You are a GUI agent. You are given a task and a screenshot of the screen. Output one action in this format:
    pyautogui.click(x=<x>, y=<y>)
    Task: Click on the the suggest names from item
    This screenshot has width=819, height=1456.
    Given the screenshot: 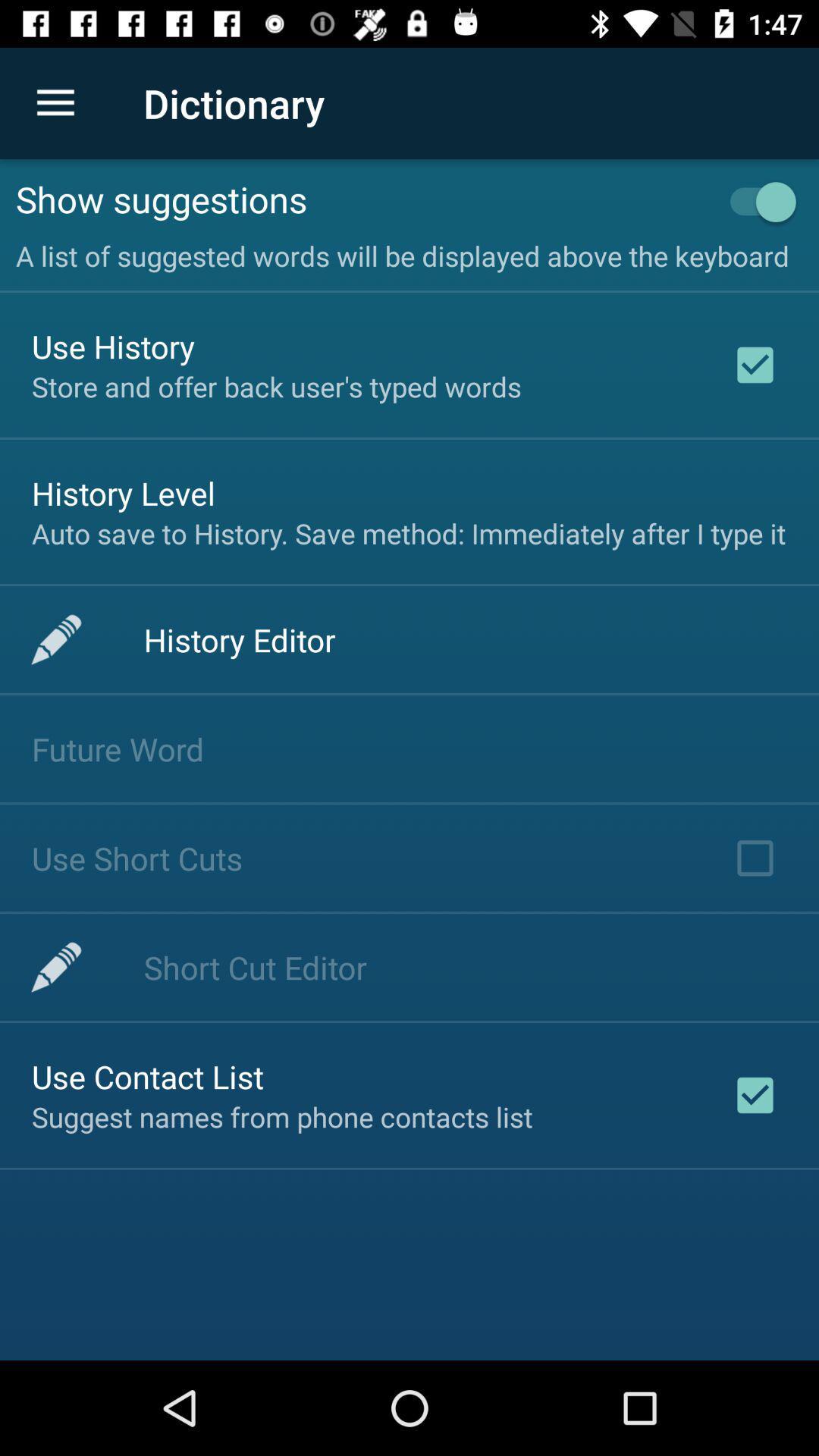 What is the action you would take?
    pyautogui.click(x=282, y=1117)
    